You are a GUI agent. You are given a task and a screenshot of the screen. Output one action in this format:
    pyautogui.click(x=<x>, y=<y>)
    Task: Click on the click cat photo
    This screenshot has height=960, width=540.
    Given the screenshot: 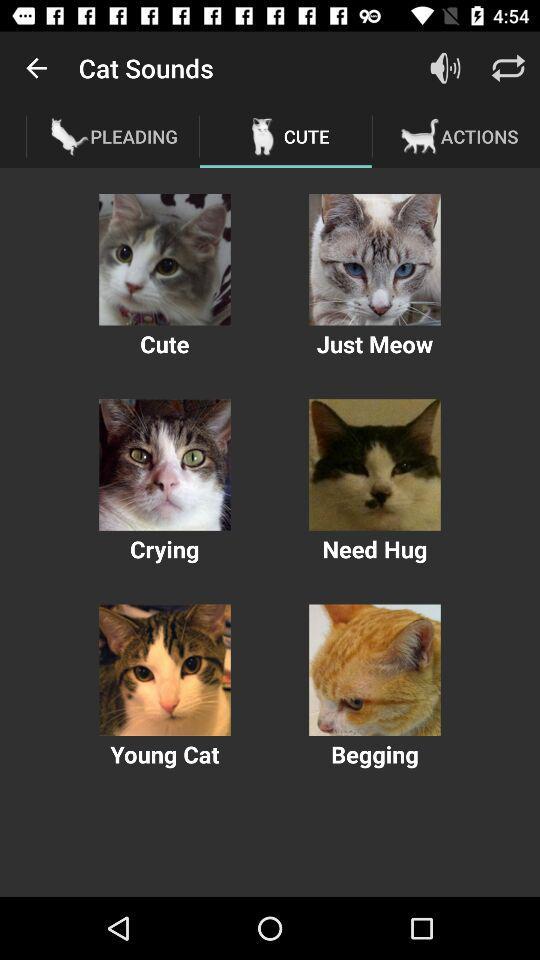 What is the action you would take?
    pyautogui.click(x=164, y=258)
    